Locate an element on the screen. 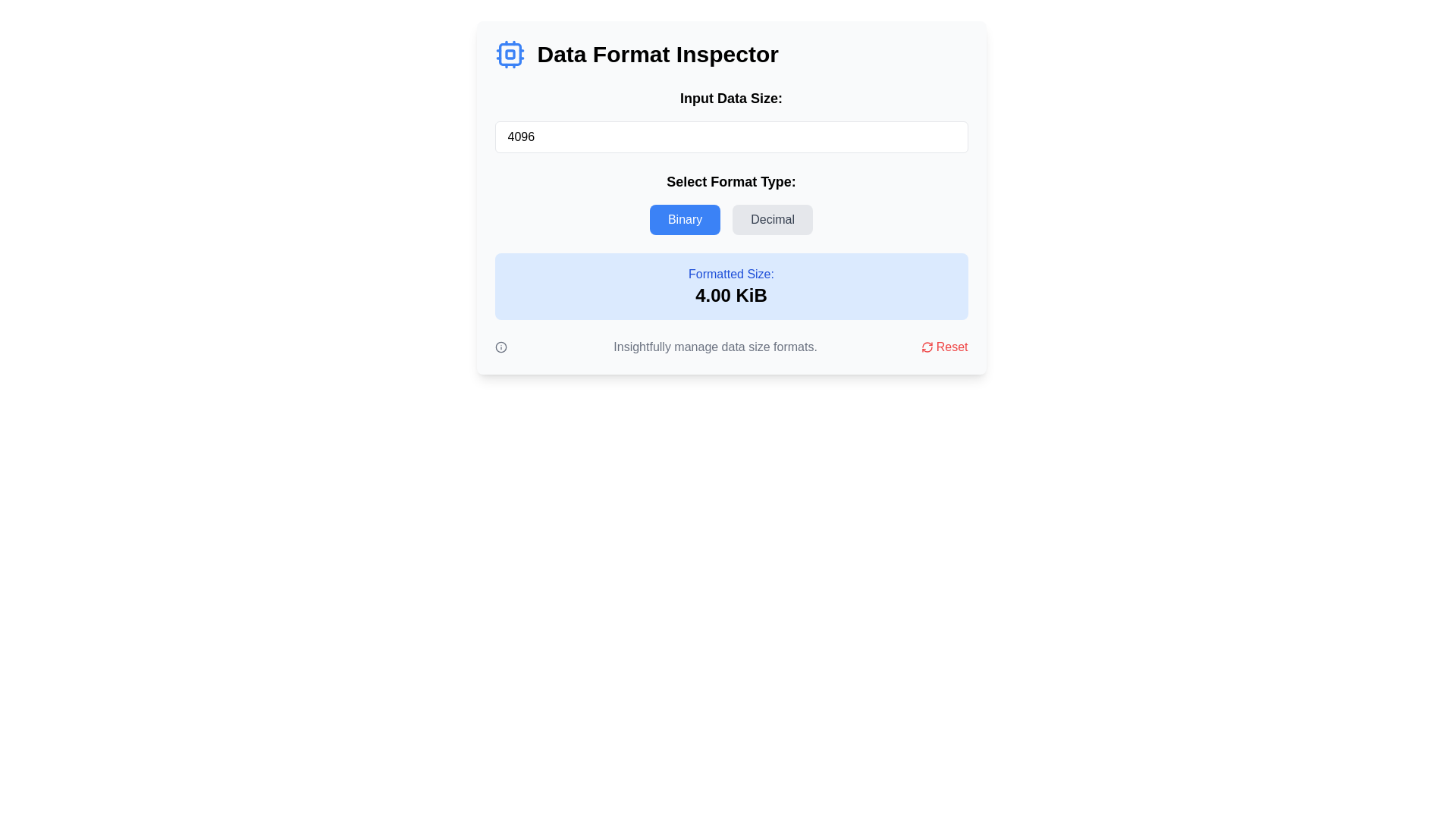 This screenshot has height=819, width=1456. the blue-shaded square or rounded rectangle graphic element located centrally within the CPU icon in the upper-left quadrant of the user interface is located at coordinates (510, 54).